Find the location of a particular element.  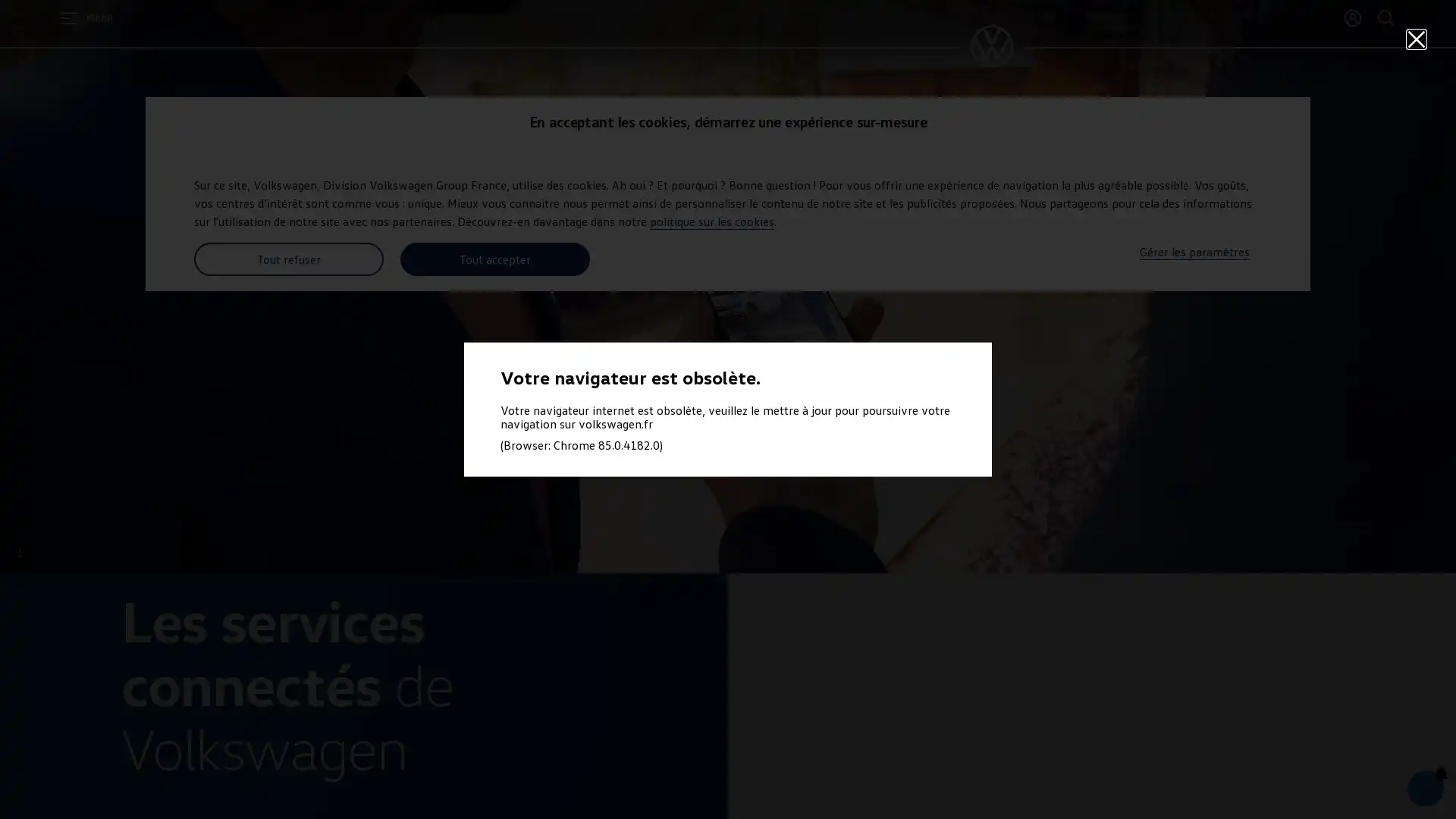

Choose File is located at coordinates (1365, 771).